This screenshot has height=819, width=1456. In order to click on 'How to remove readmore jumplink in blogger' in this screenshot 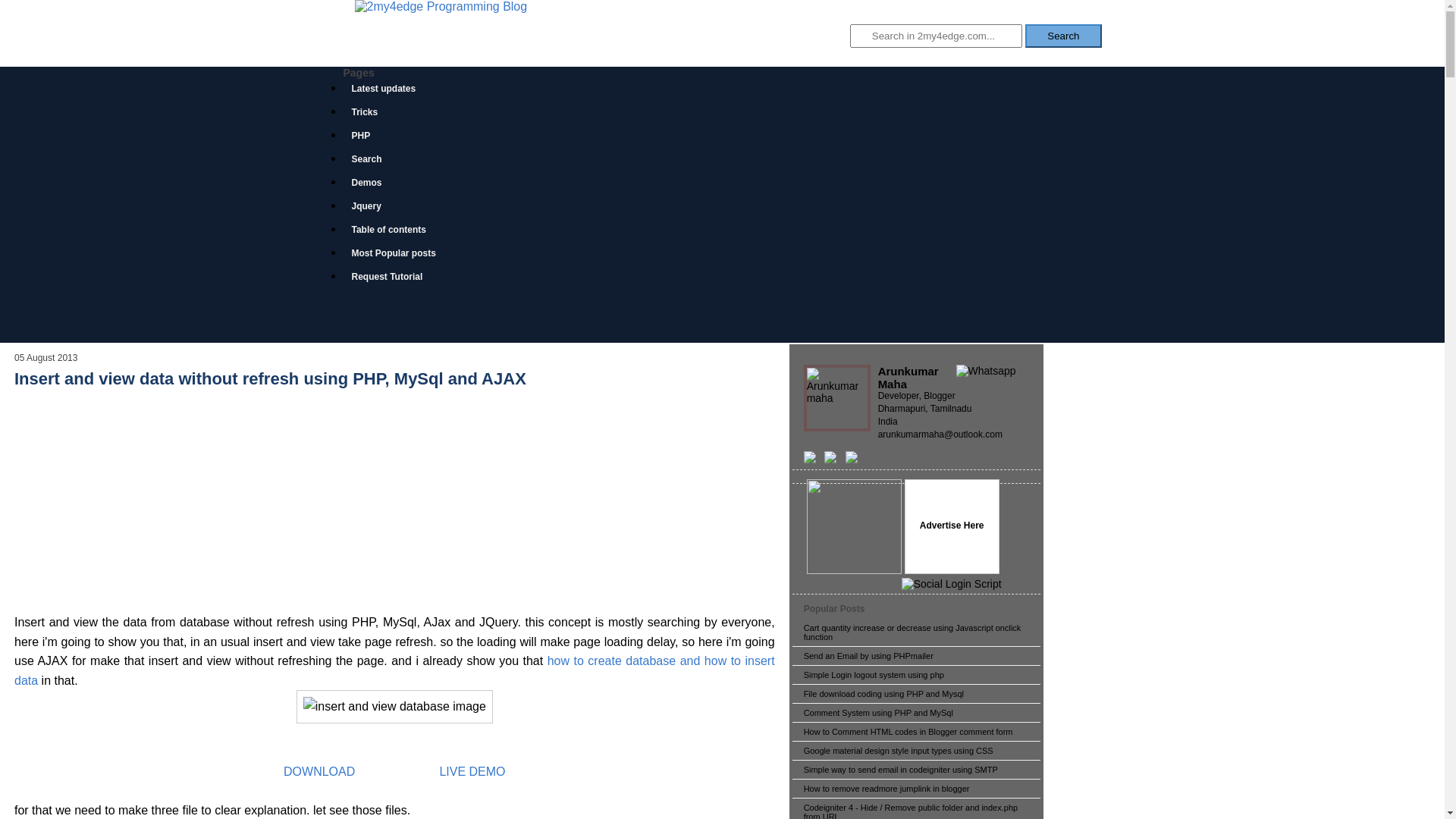, I will do `click(886, 788)`.